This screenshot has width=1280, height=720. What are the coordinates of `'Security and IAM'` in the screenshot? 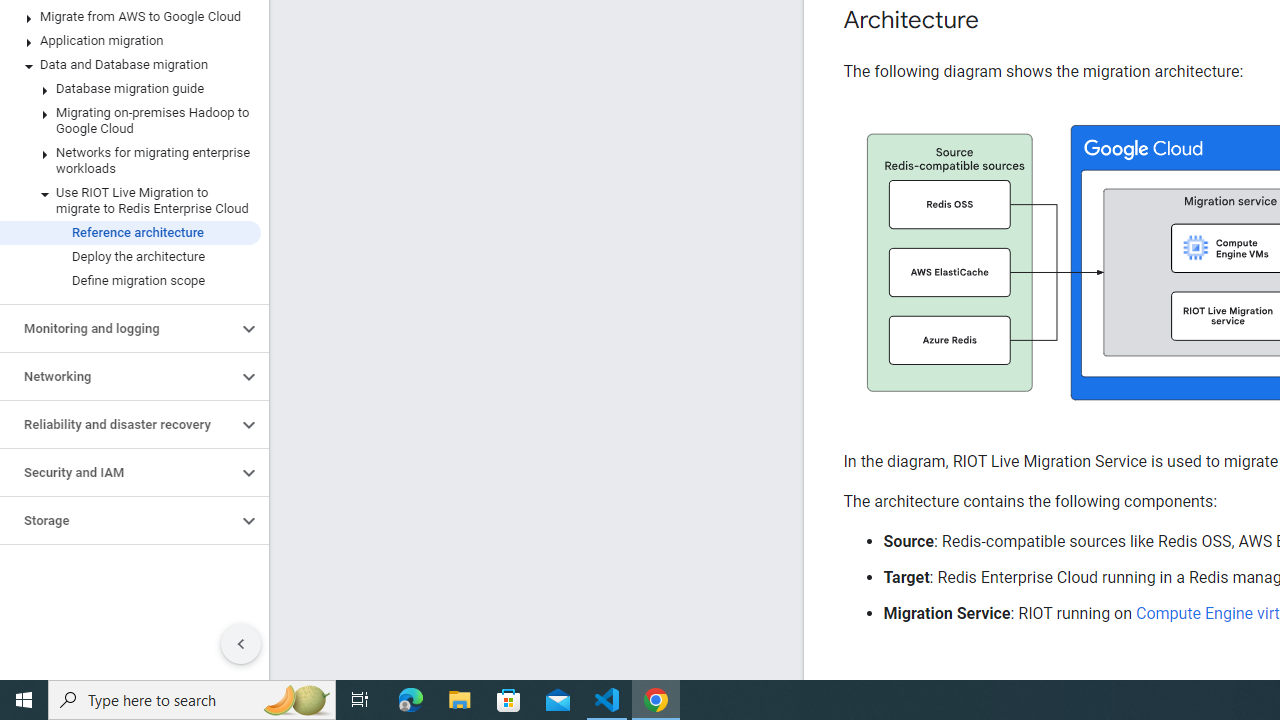 It's located at (117, 473).